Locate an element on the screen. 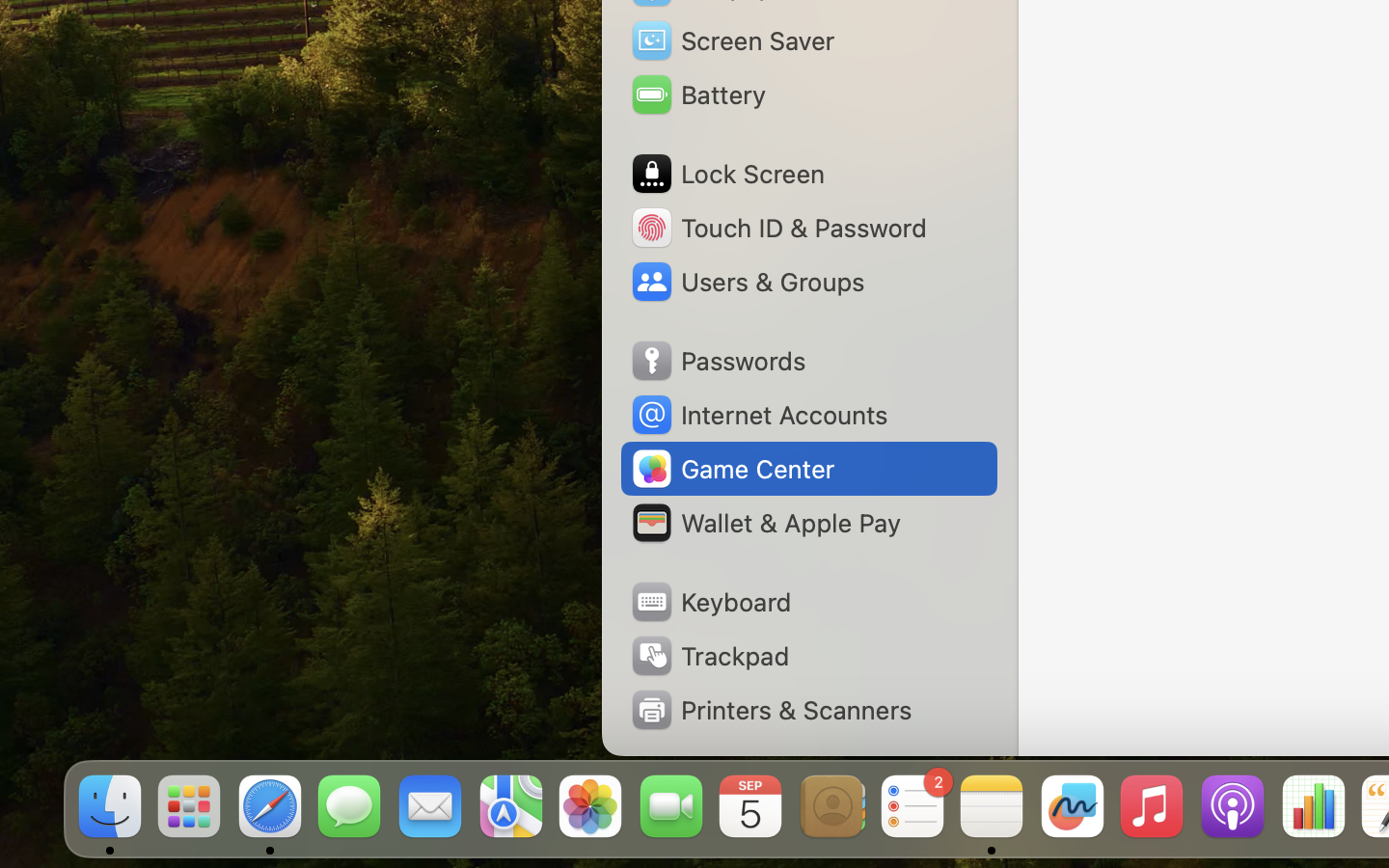 The width and height of the screenshot is (1389, 868). 'Touch ID & Password' is located at coordinates (777, 226).